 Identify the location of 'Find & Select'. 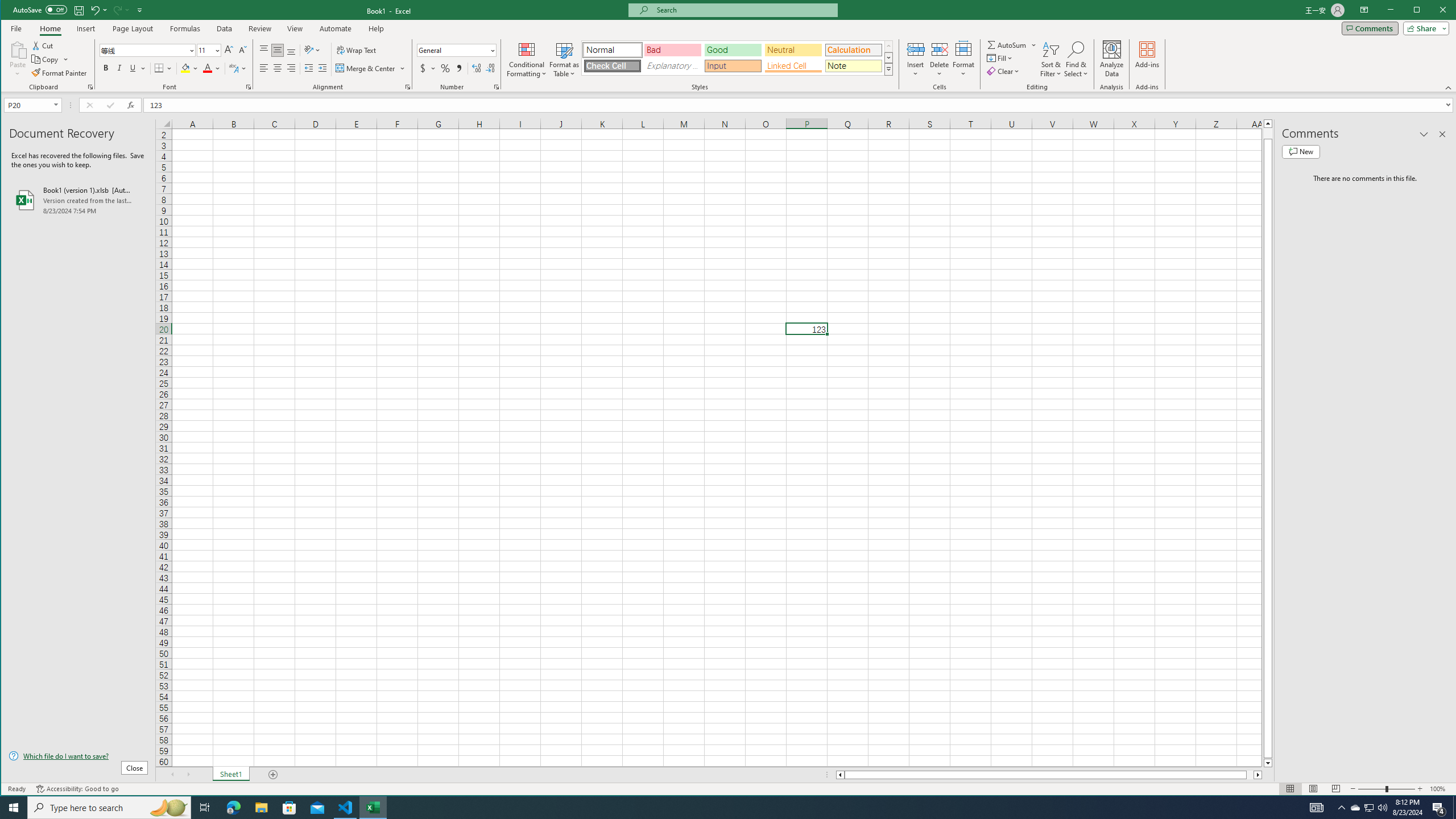
(1076, 59).